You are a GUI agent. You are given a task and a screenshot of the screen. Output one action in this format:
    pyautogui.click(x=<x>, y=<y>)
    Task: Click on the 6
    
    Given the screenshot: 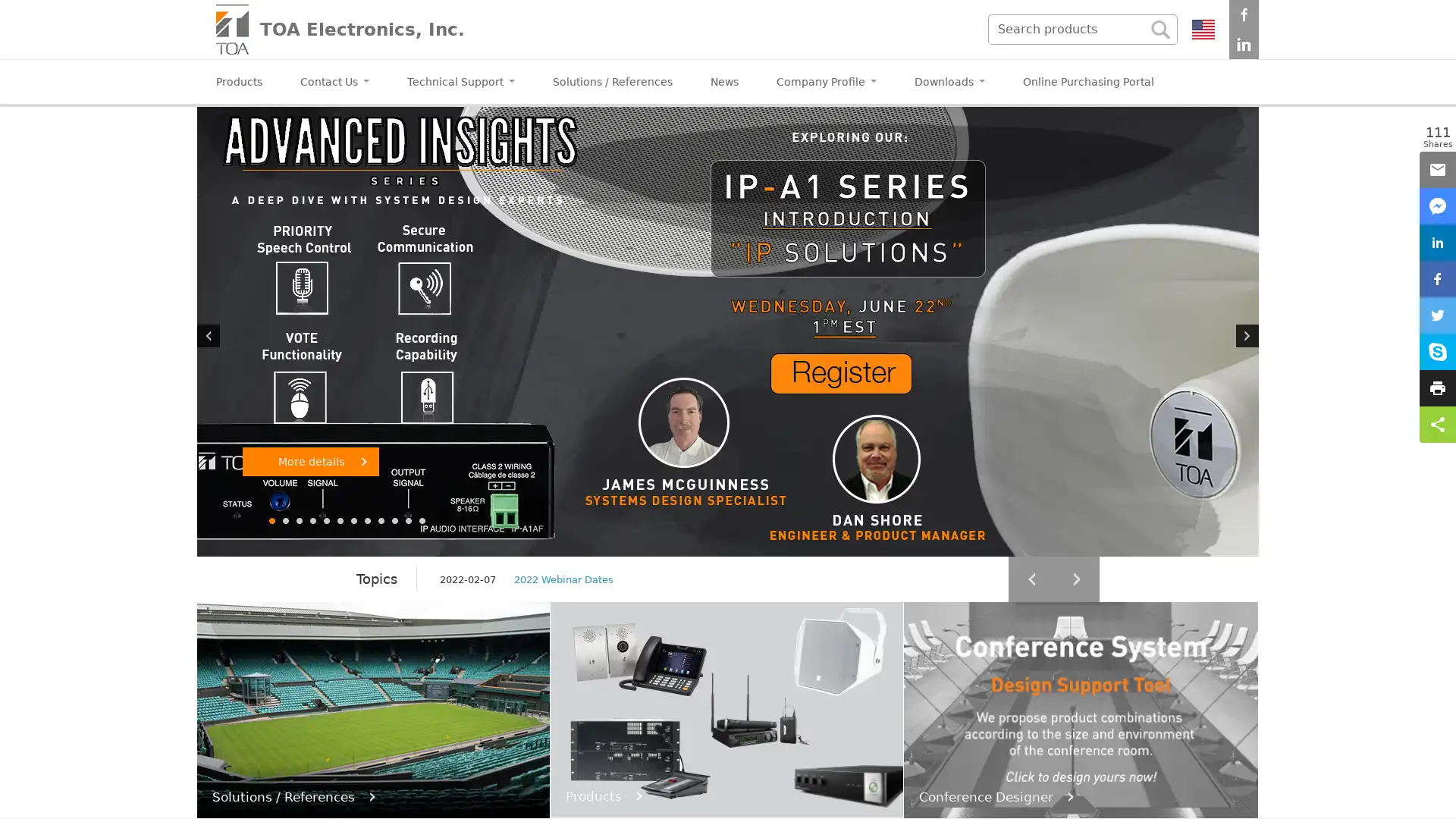 What is the action you would take?
    pyautogui.click(x=340, y=519)
    